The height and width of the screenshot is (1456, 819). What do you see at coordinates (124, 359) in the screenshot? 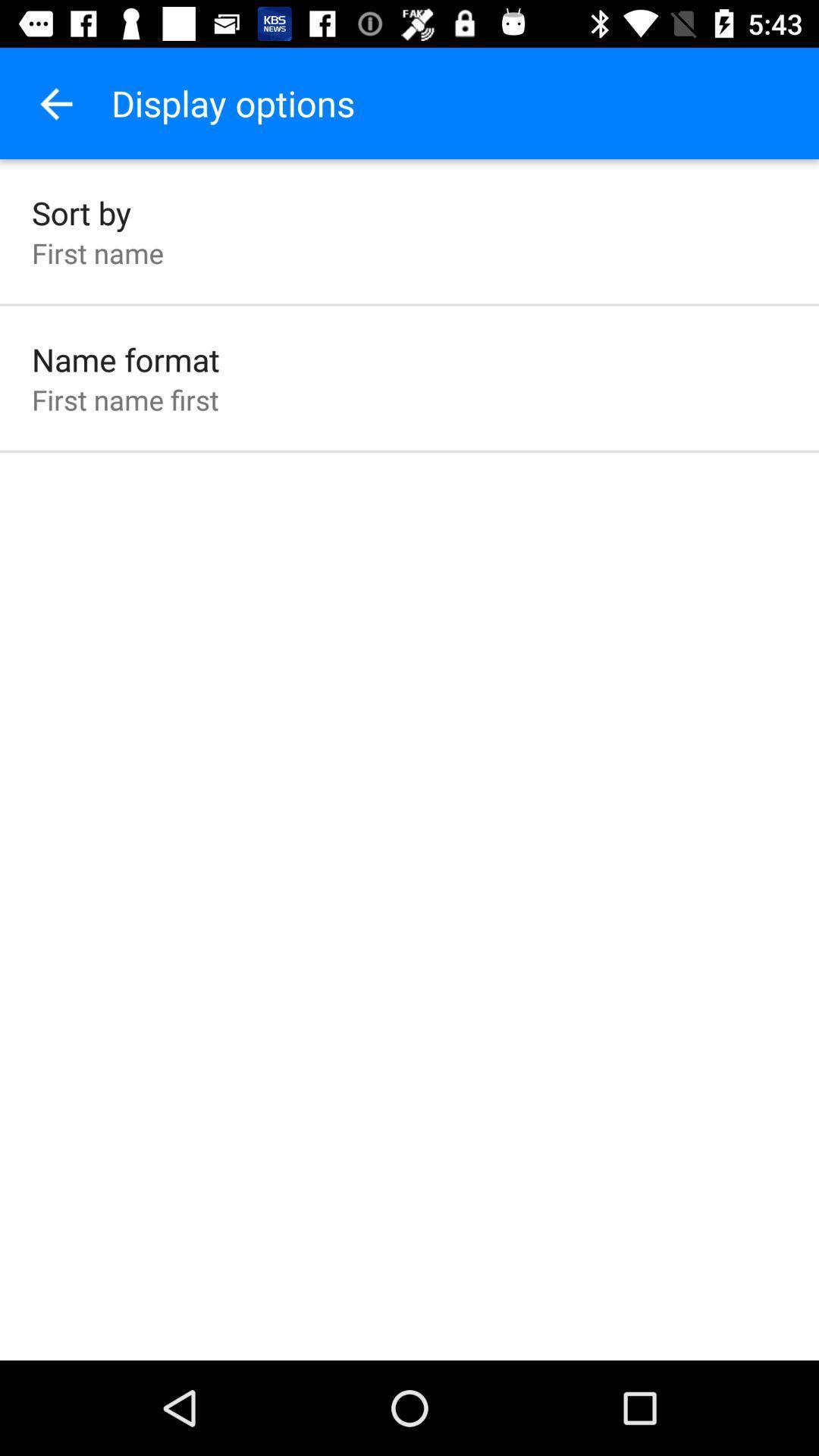
I see `icon below first name icon` at bounding box center [124, 359].